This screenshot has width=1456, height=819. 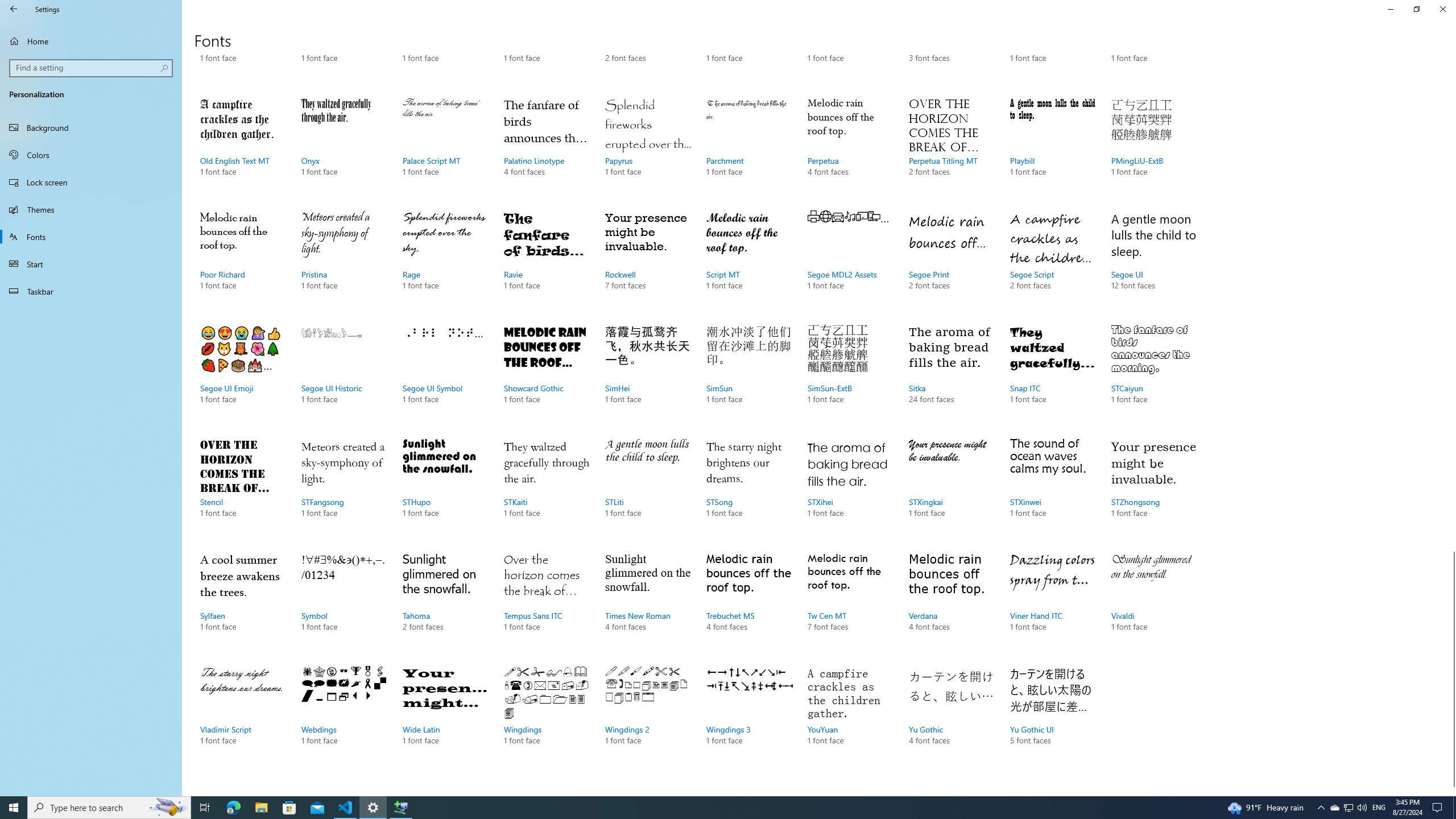 What do you see at coordinates (1416, 9) in the screenshot?
I see `'Restore Settings'` at bounding box center [1416, 9].